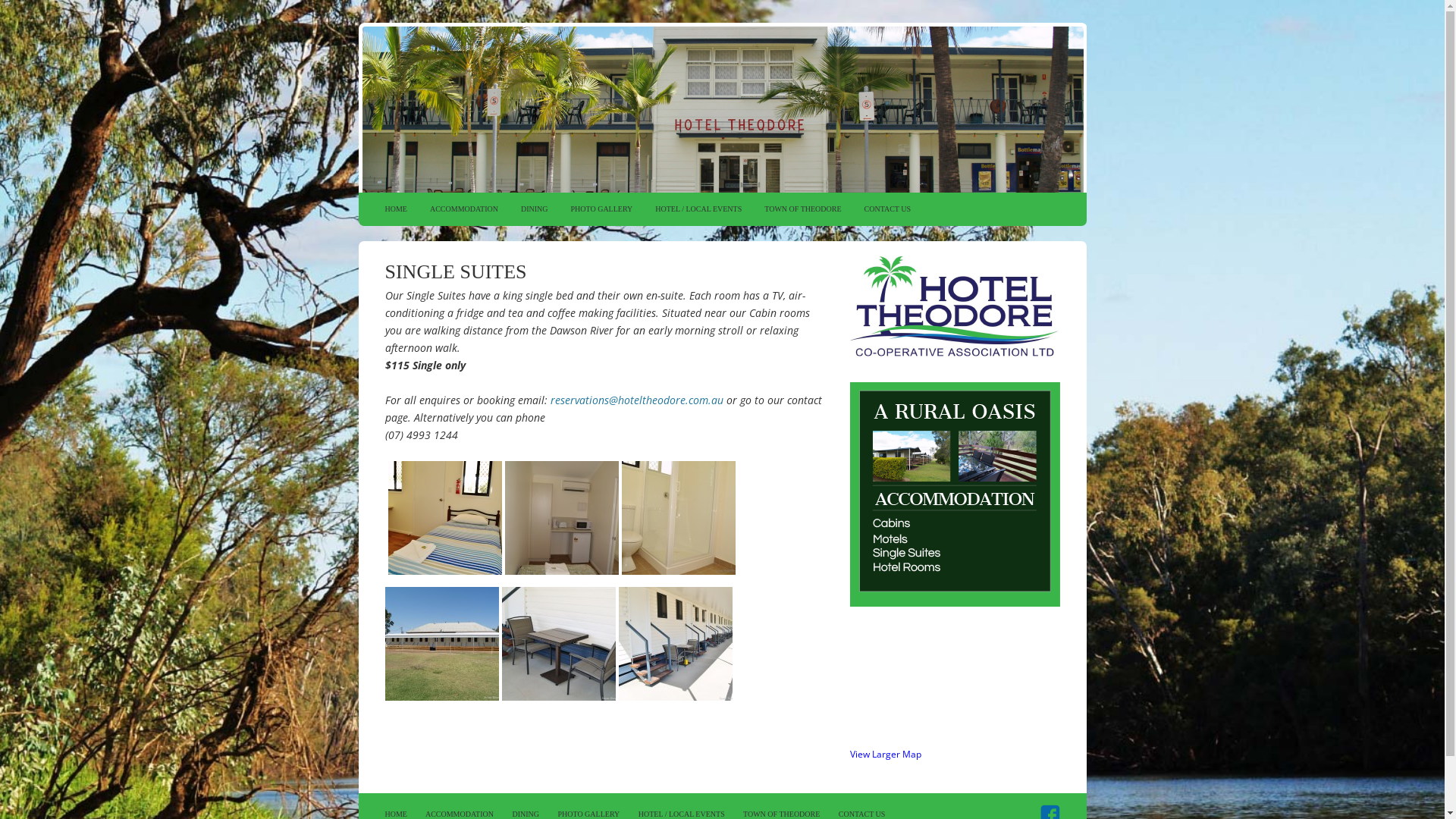 This screenshot has height=819, width=1456. Describe the element at coordinates (588, 813) in the screenshot. I see `'PHOTO GALLERY'` at that location.